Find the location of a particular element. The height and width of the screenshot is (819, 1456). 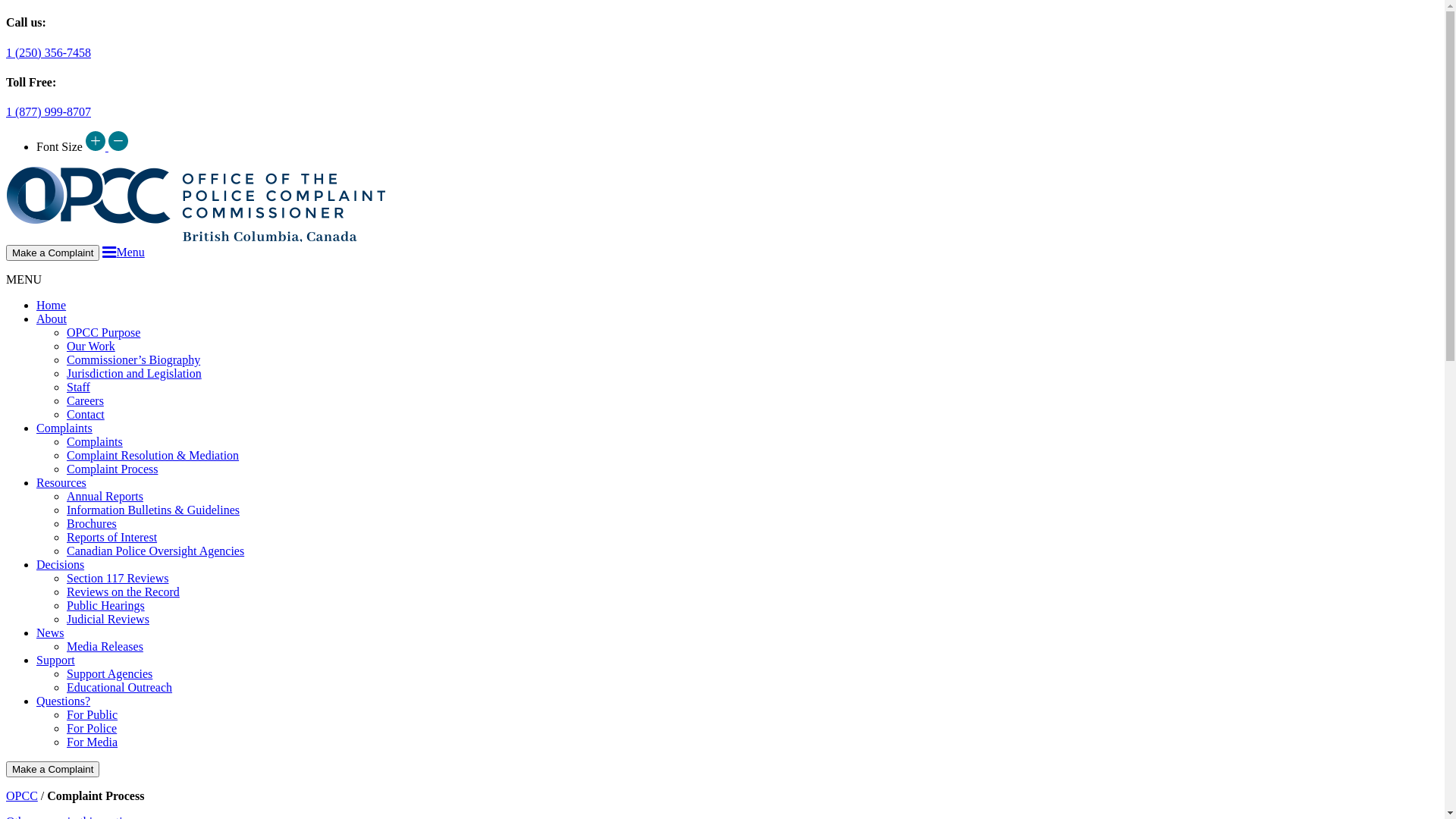

'Careers' is located at coordinates (84, 400).